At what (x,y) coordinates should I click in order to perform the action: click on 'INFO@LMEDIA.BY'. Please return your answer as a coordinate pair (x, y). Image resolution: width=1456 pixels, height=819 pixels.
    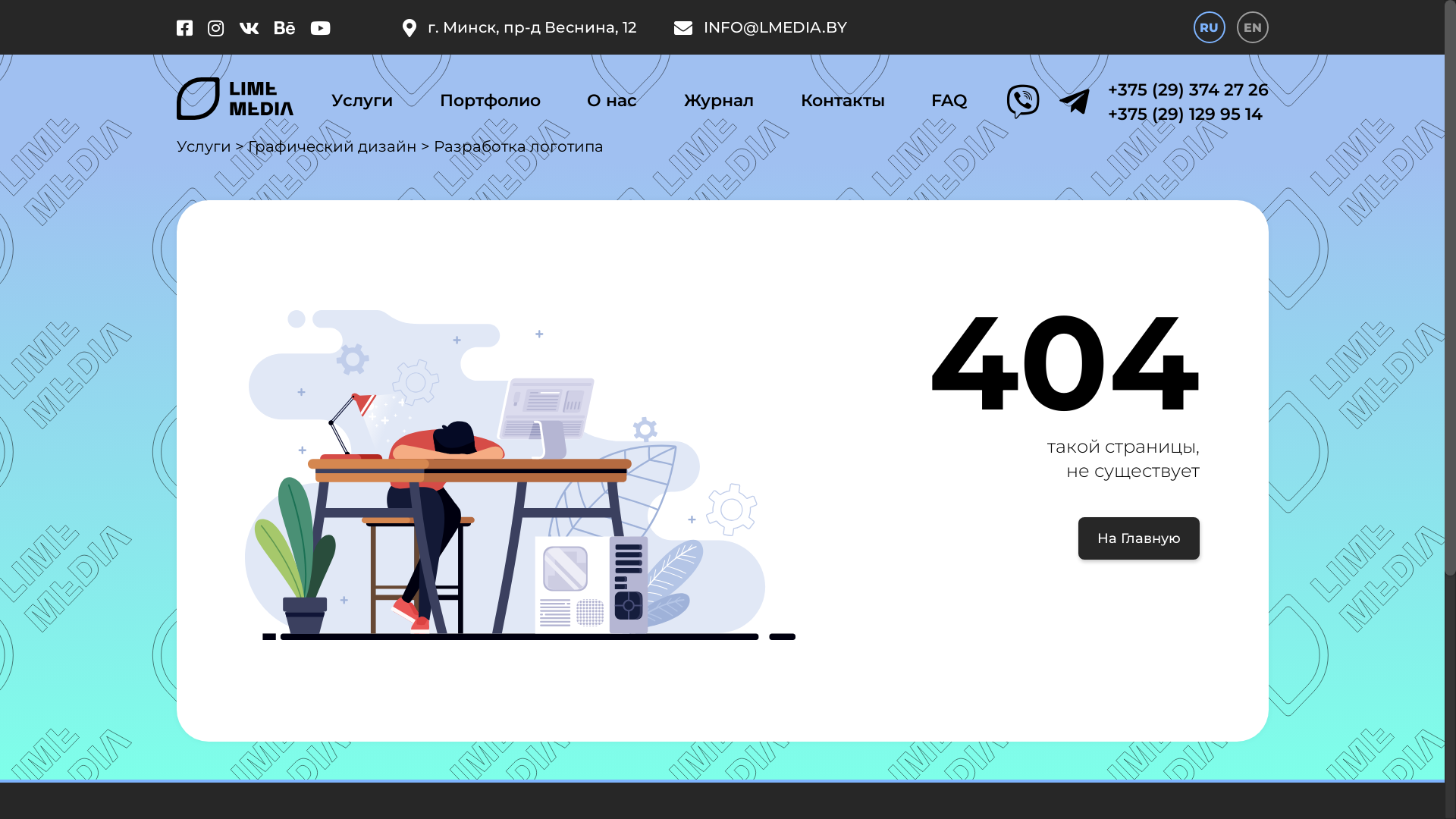
    Looking at the image, I should click on (760, 27).